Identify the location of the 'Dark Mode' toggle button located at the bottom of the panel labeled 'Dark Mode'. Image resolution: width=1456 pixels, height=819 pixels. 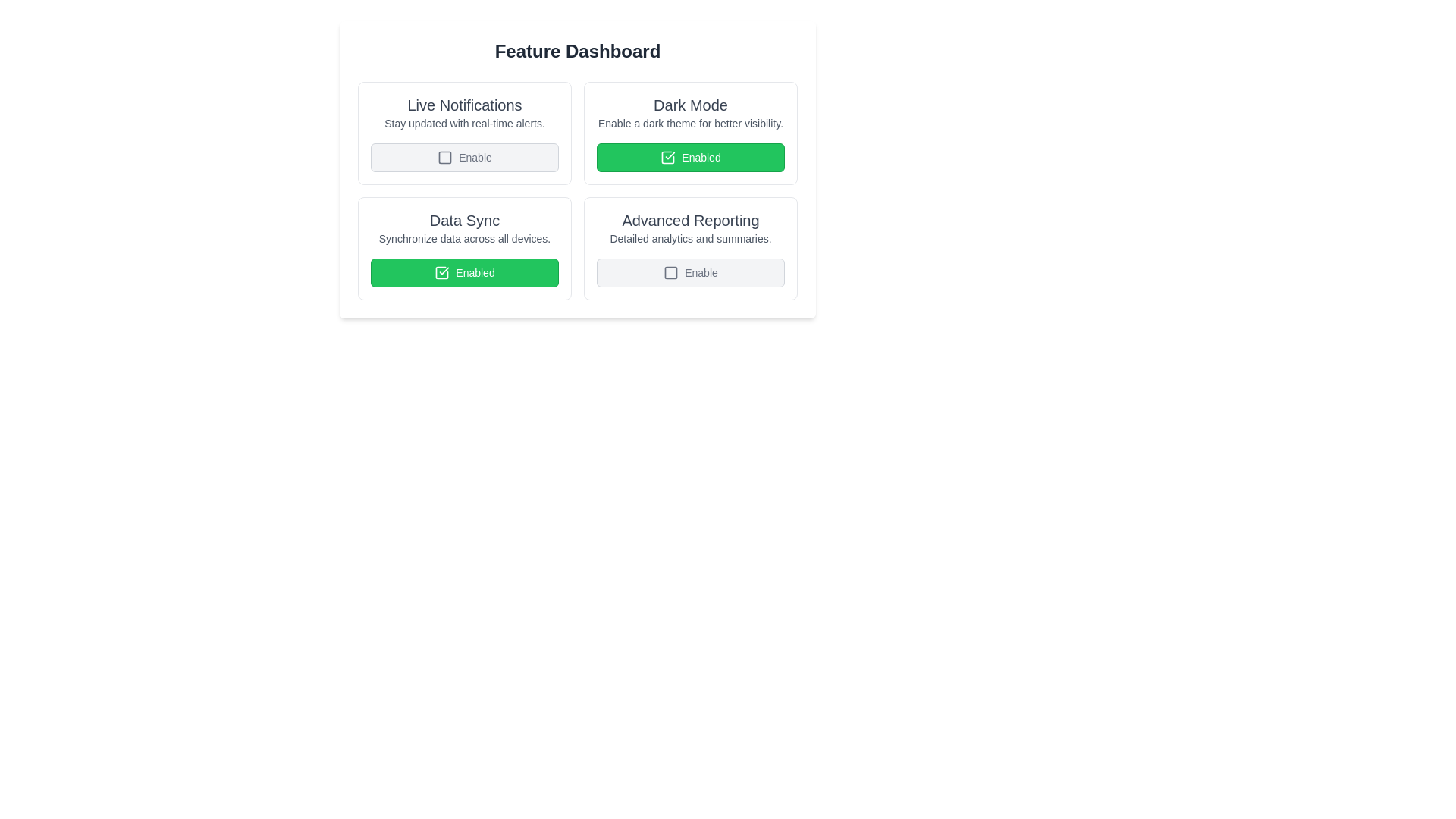
(690, 158).